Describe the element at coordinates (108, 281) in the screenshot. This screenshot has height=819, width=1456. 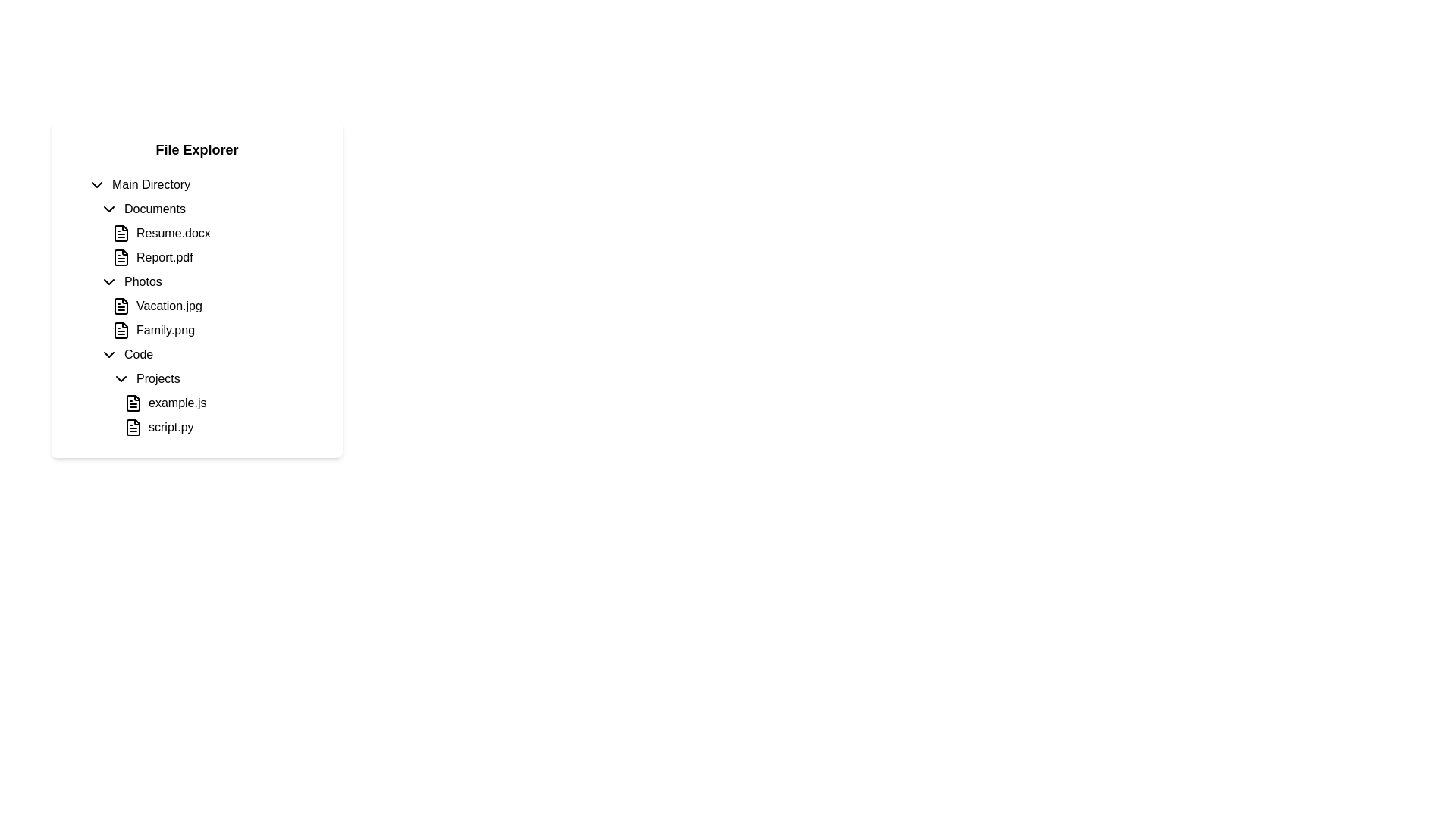
I see `the toggle button (chevron-down icon) that expands or collapses the 'Photos' section in the file directory, located to the left of the 'Photos' label` at that location.